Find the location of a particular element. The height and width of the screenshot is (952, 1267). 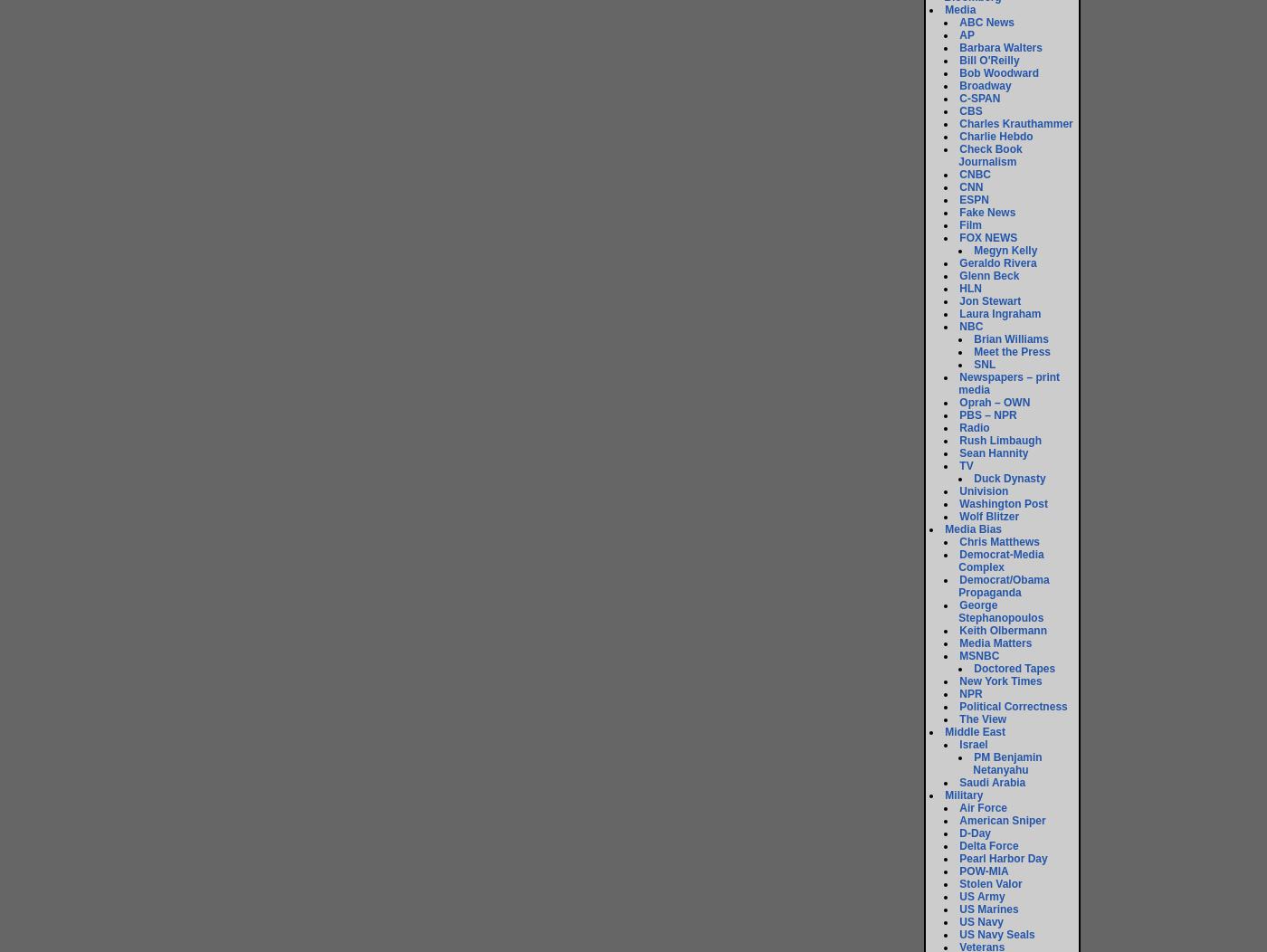

'PBS – NPR' is located at coordinates (987, 414).